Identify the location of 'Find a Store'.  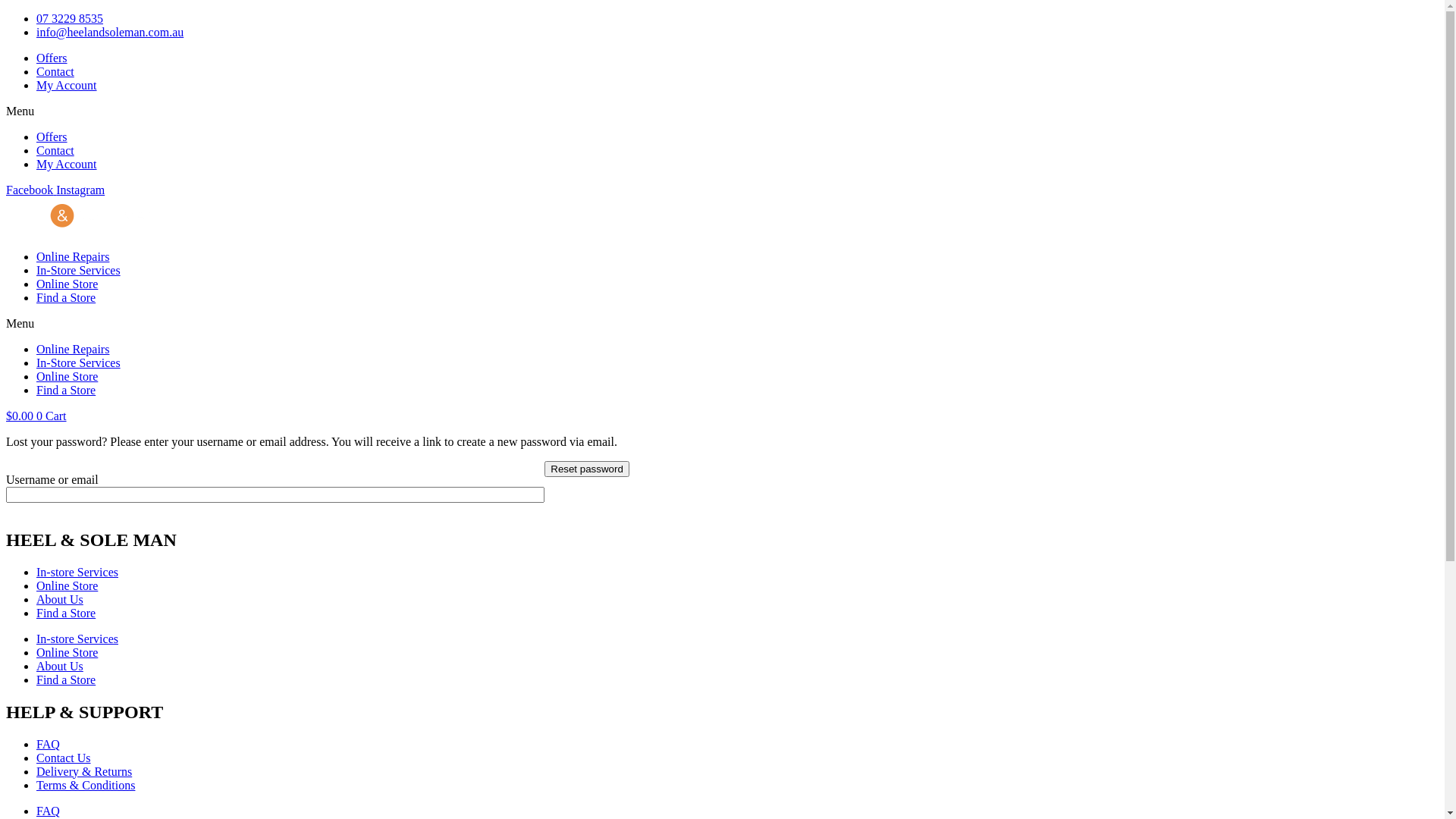
(64, 389).